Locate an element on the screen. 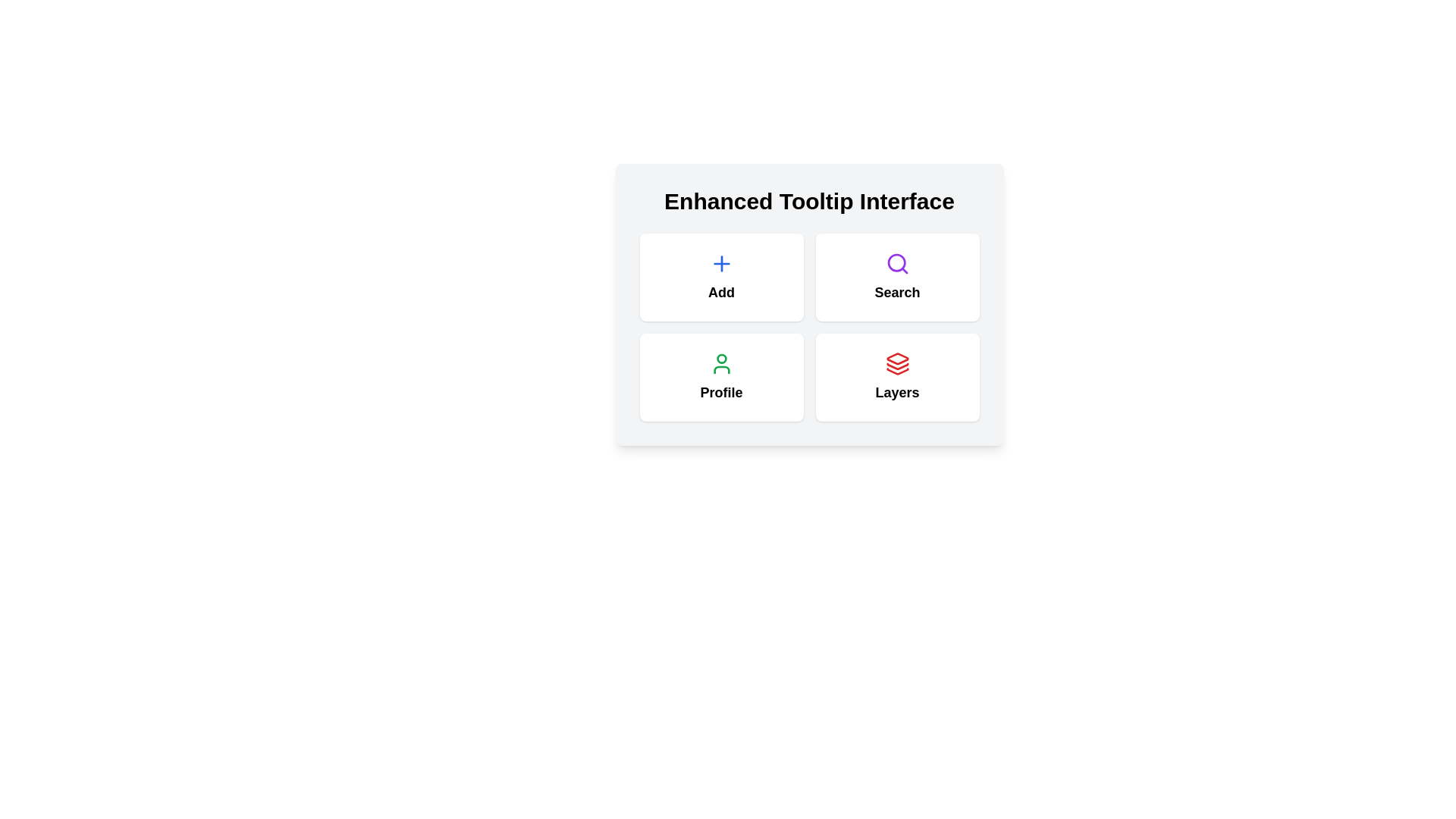 Image resolution: width=1456 pixels, height=819 pixels. the decorative circular SVG shape of the magnifying glass icon within the 'Search' button located in the top right corner of the interface grid layout is located at coordinates (896, 262).